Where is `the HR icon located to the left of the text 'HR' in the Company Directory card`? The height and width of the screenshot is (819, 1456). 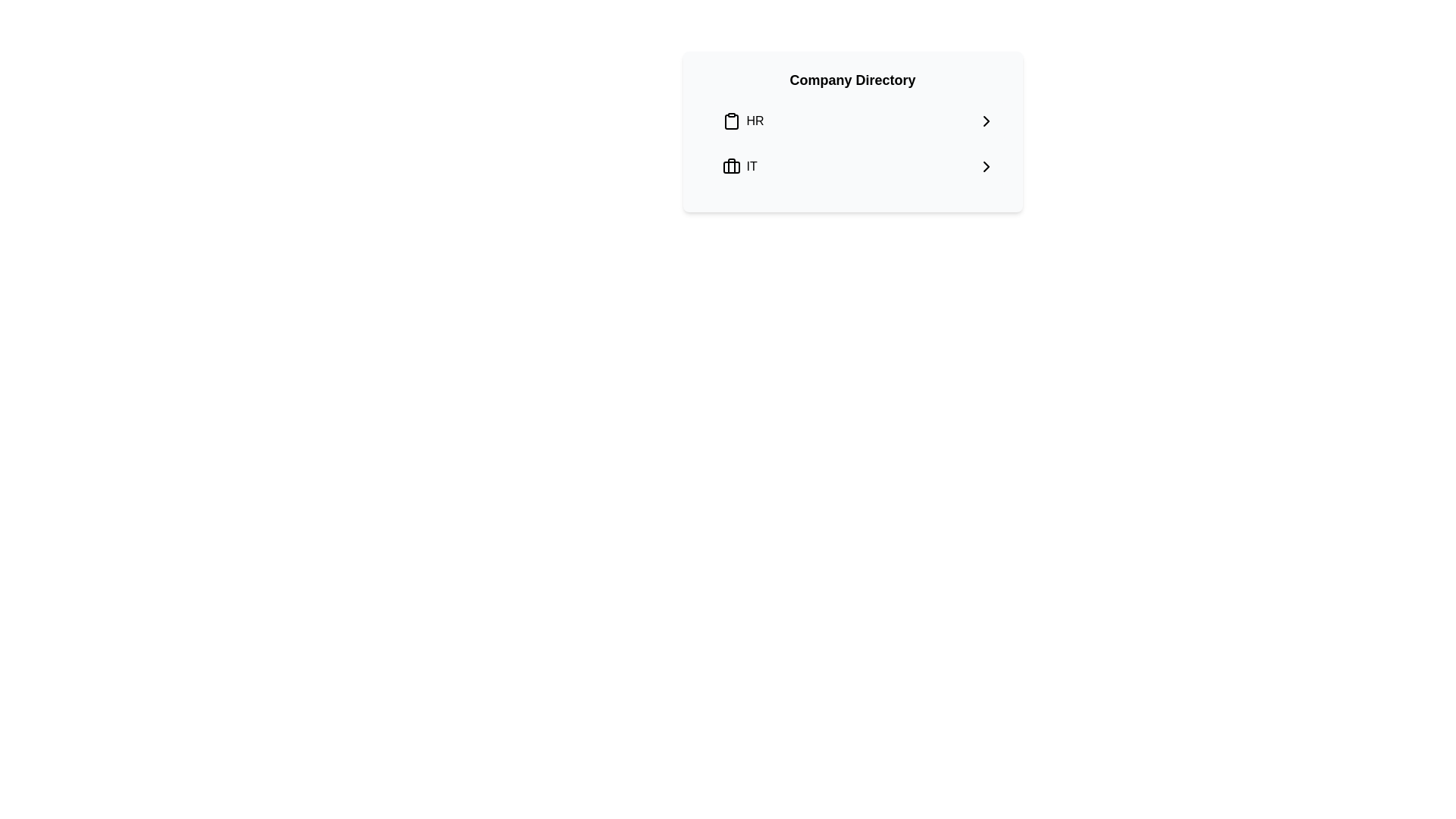
the HR icon located to the left of the text 'HR' in the Company Directory card is located at coordinates (731, 120).